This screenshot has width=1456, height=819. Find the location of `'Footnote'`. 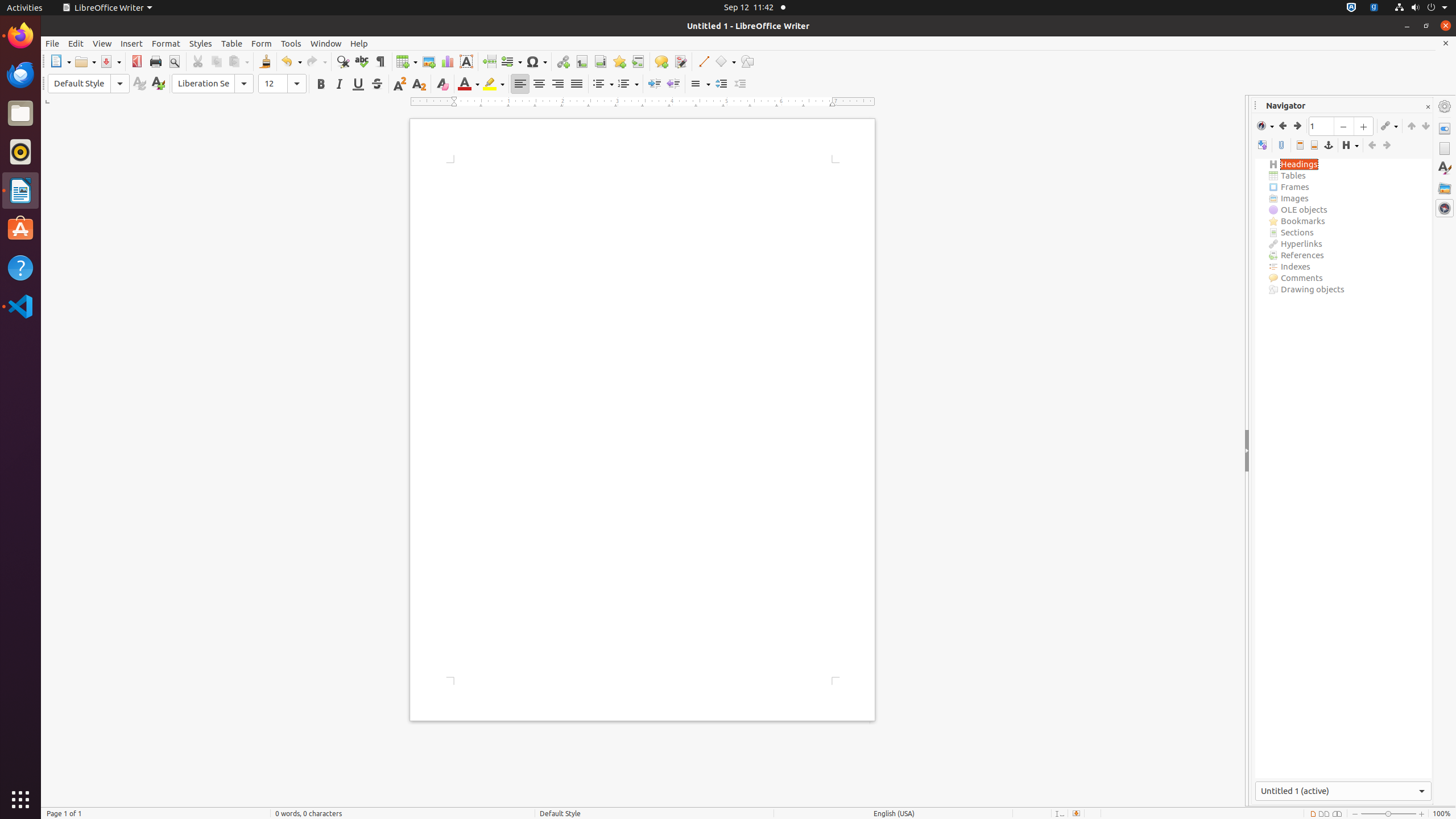

'Footnote' is located at coordinates (581, 61).